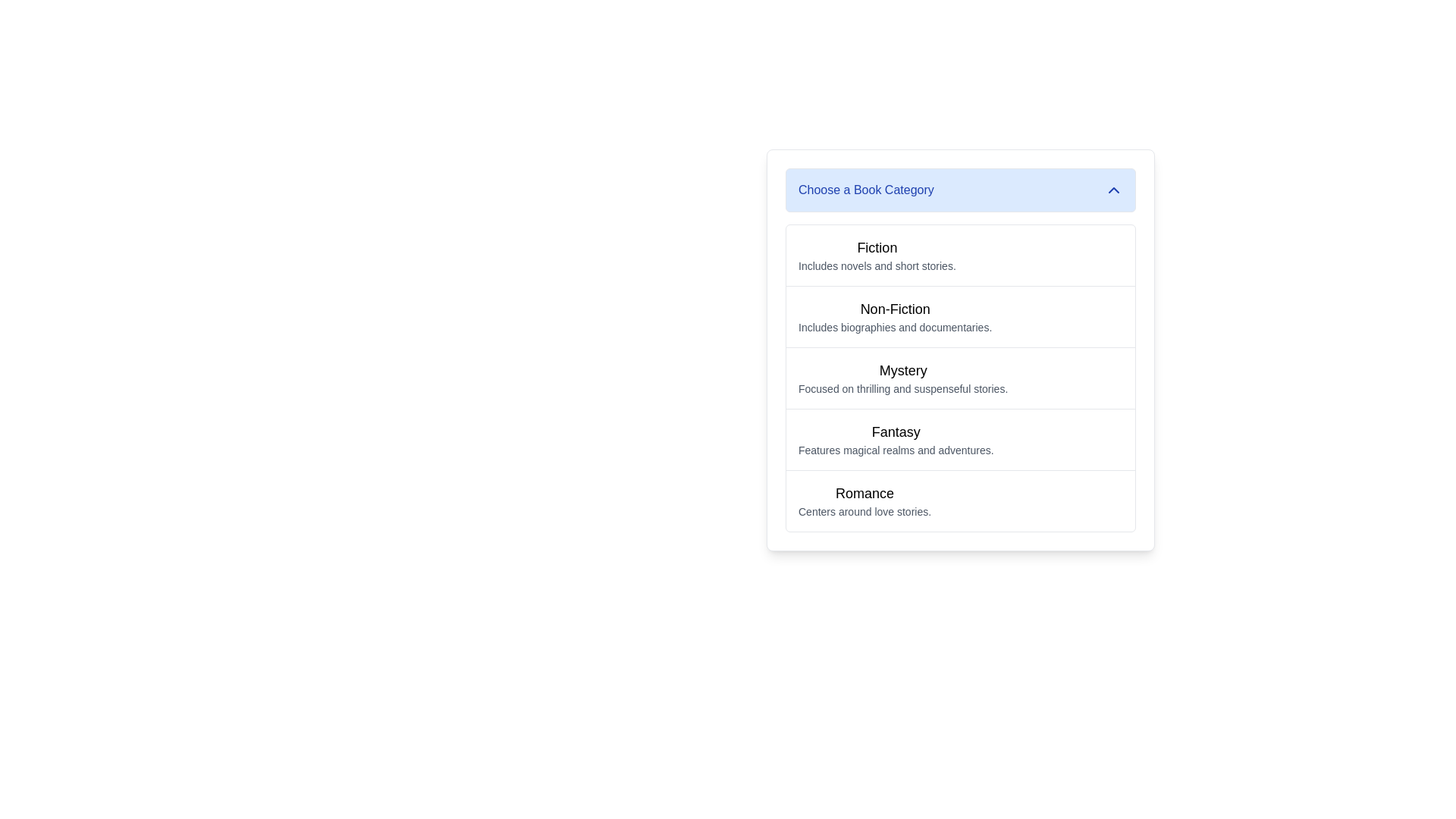  Describe the element at coordinates (1113, 189) in the screenshot. I see `the chevron icon located at the upper-right corner of the 'Choose a Book Category' header` at that location.